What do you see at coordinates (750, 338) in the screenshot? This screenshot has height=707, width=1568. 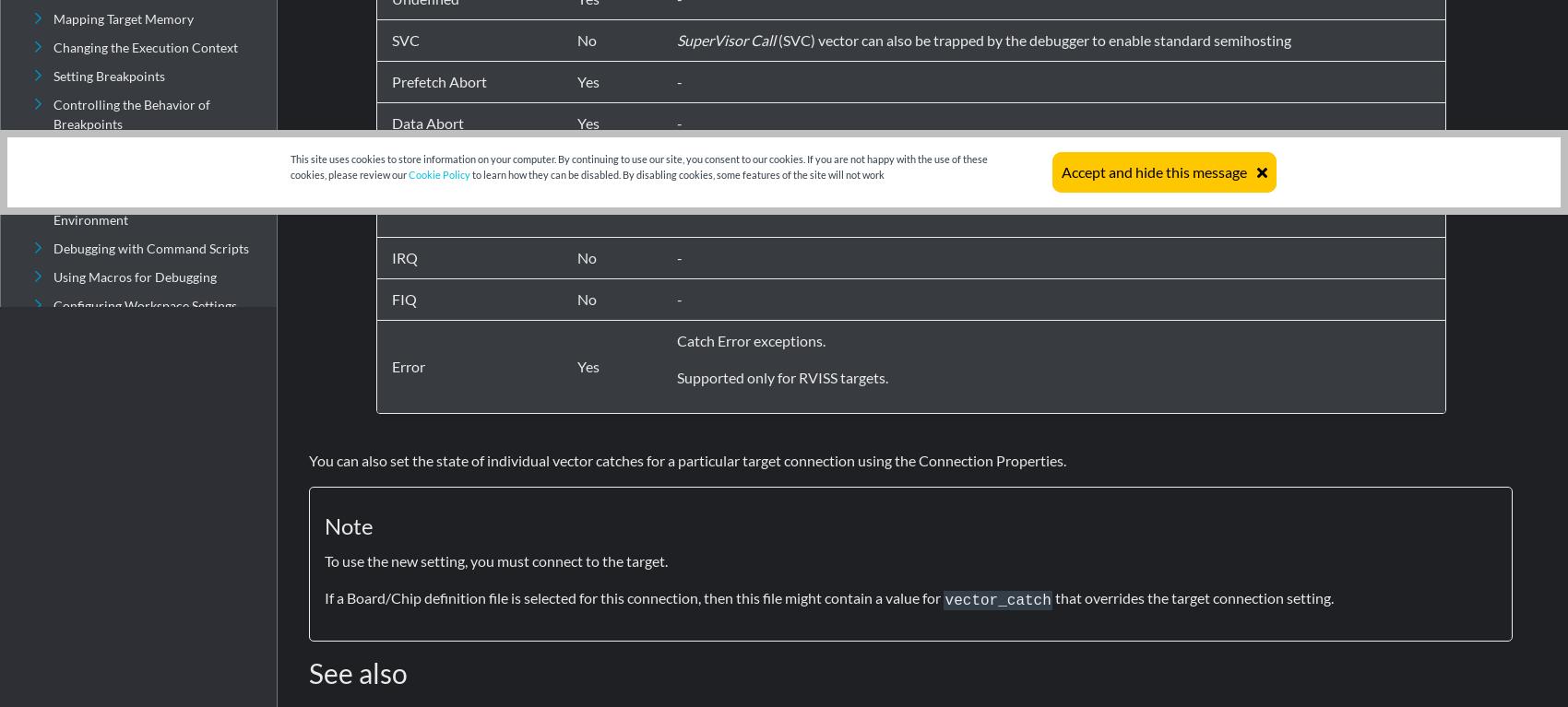 I see `'Catch Error exceptions.'` at bounding box center [750, 338].